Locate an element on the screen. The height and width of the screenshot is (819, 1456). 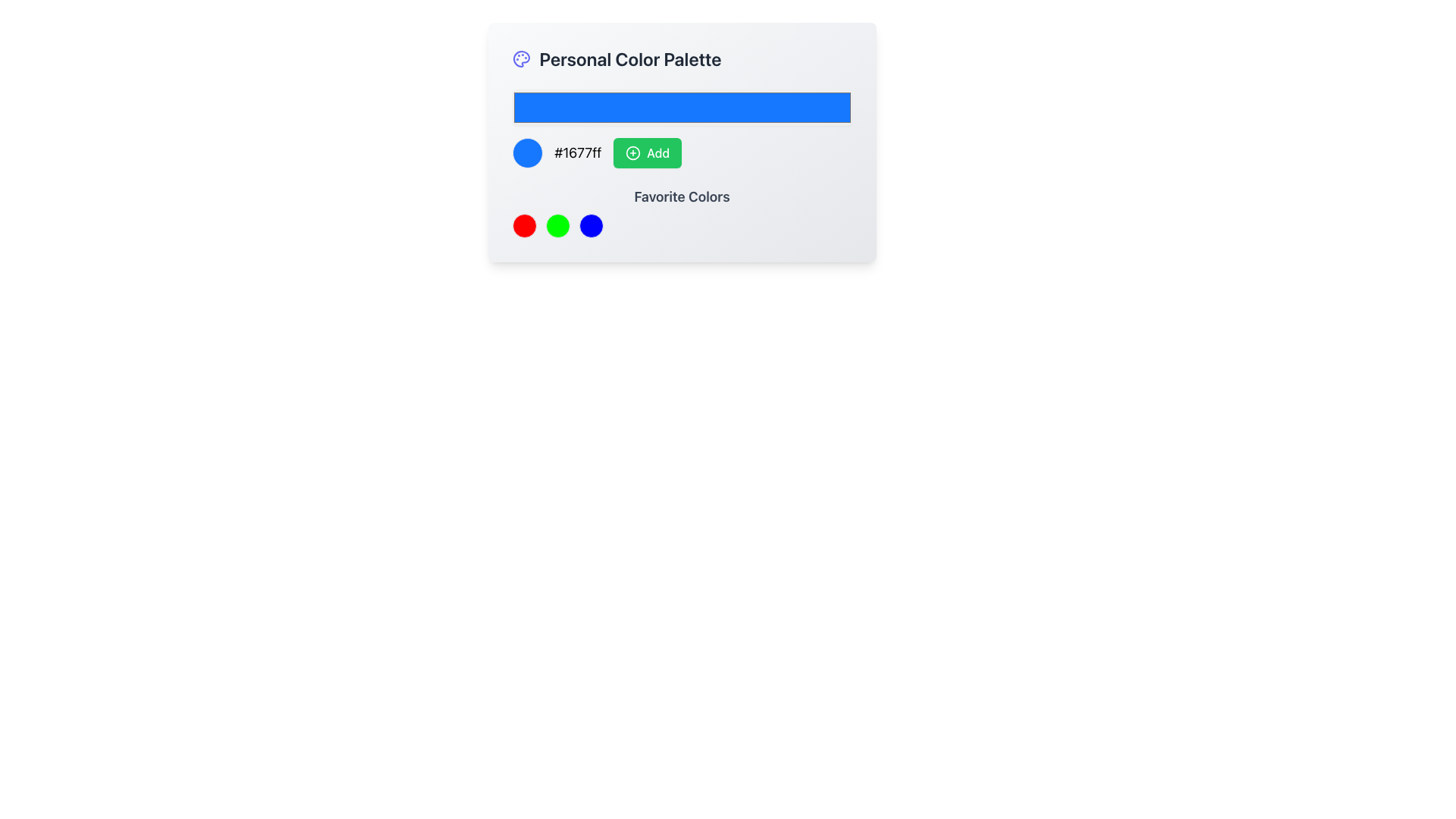
the second circle in the 'Favorite Colors' group is located at coordinates (557, 225).